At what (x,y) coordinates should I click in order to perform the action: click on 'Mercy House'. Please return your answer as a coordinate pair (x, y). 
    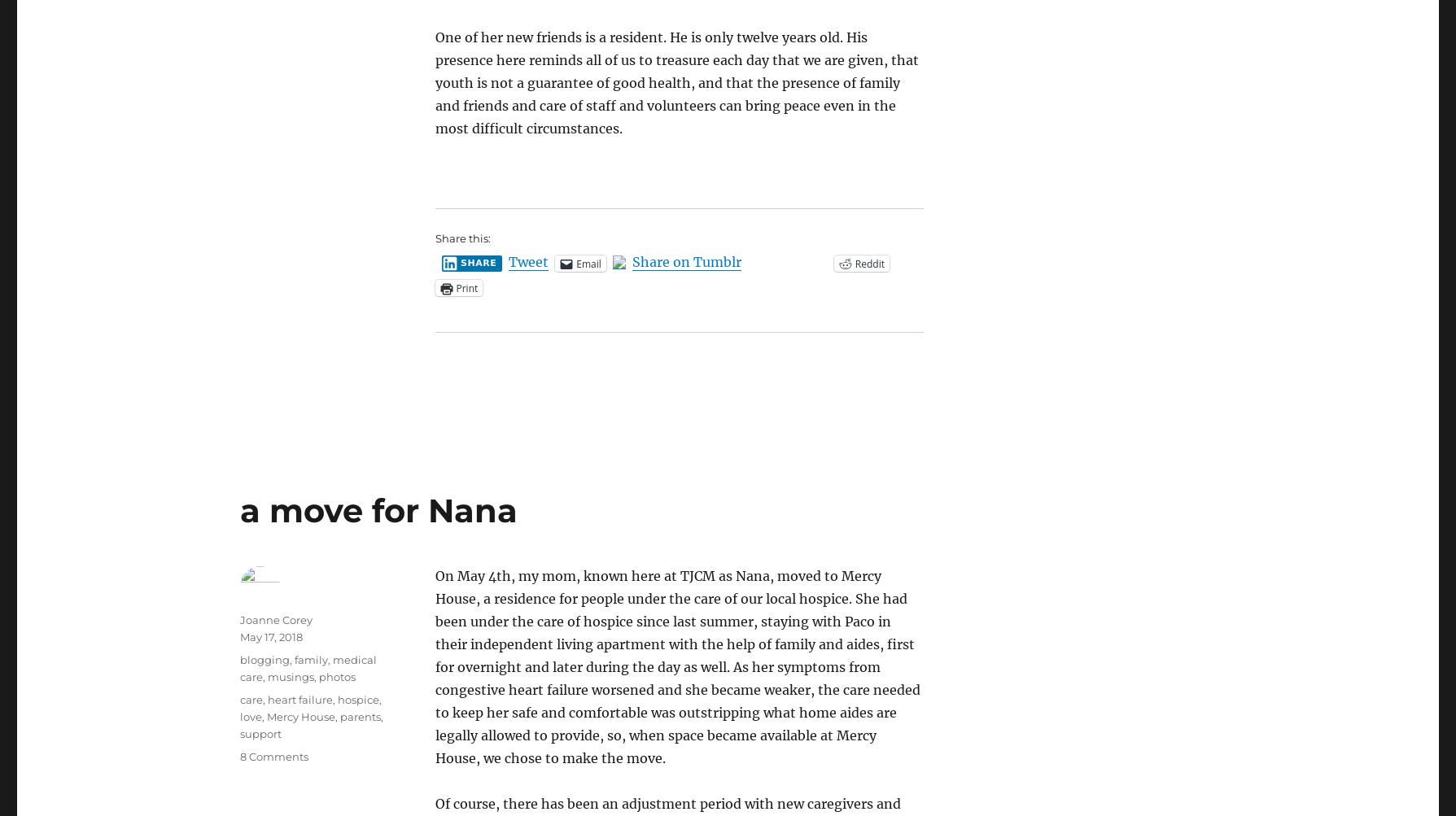
    Looking at the image, I should click on (300, 717).